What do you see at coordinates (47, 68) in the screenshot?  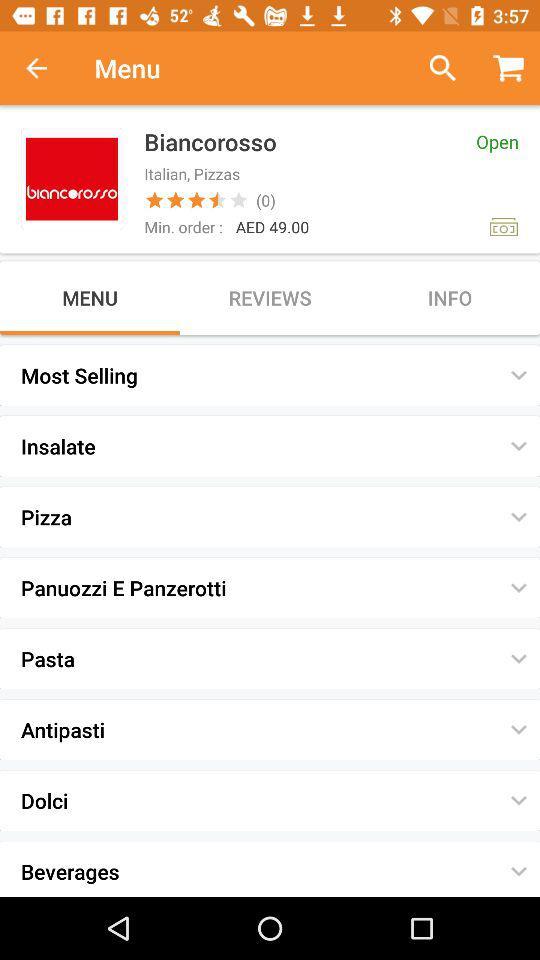 I see `go back` at bounding box center [47, 68].